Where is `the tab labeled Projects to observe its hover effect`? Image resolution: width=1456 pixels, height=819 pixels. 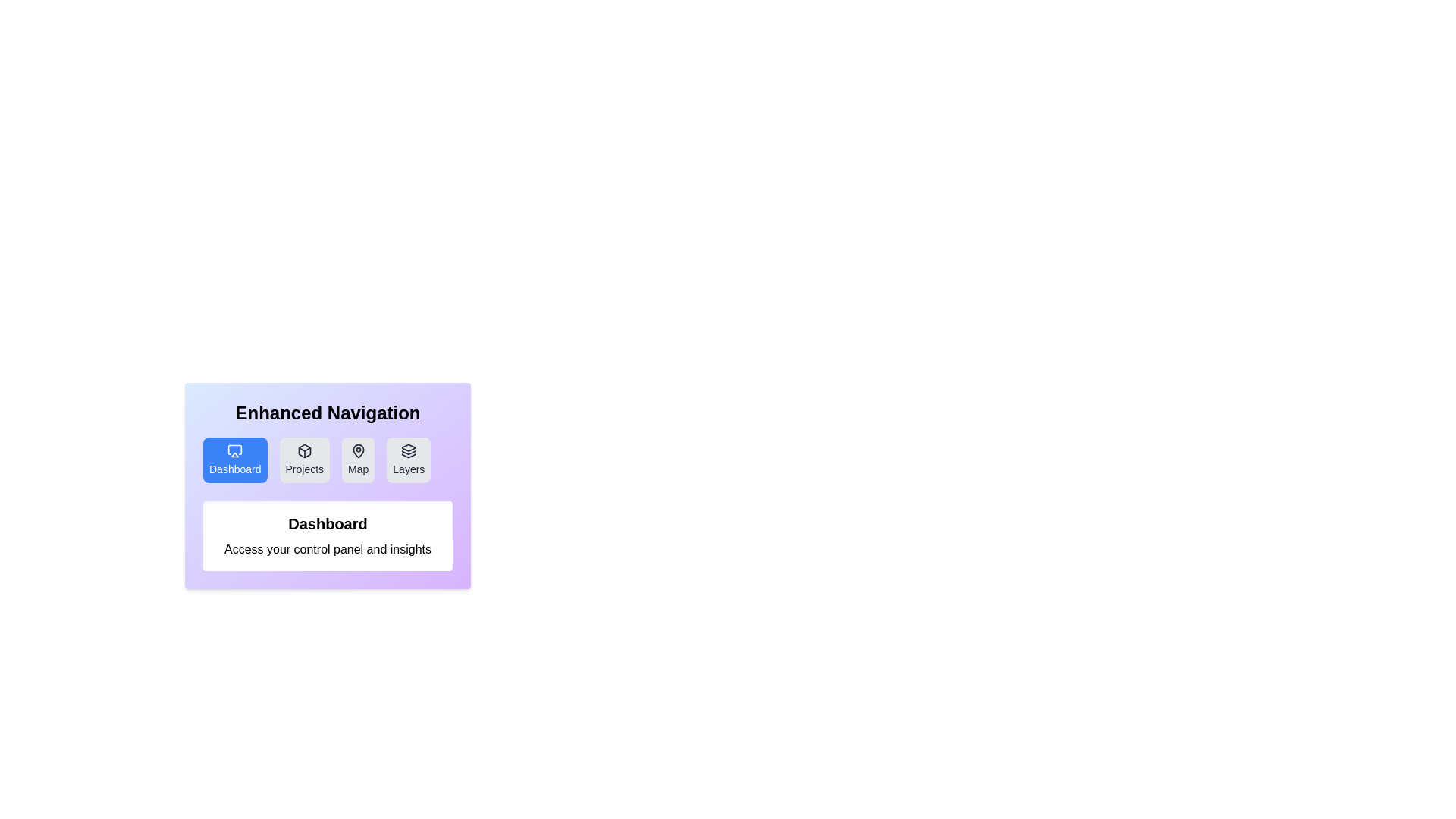 the tab labeled Projects to observe its hover effect is located at coordinates (303, 459).